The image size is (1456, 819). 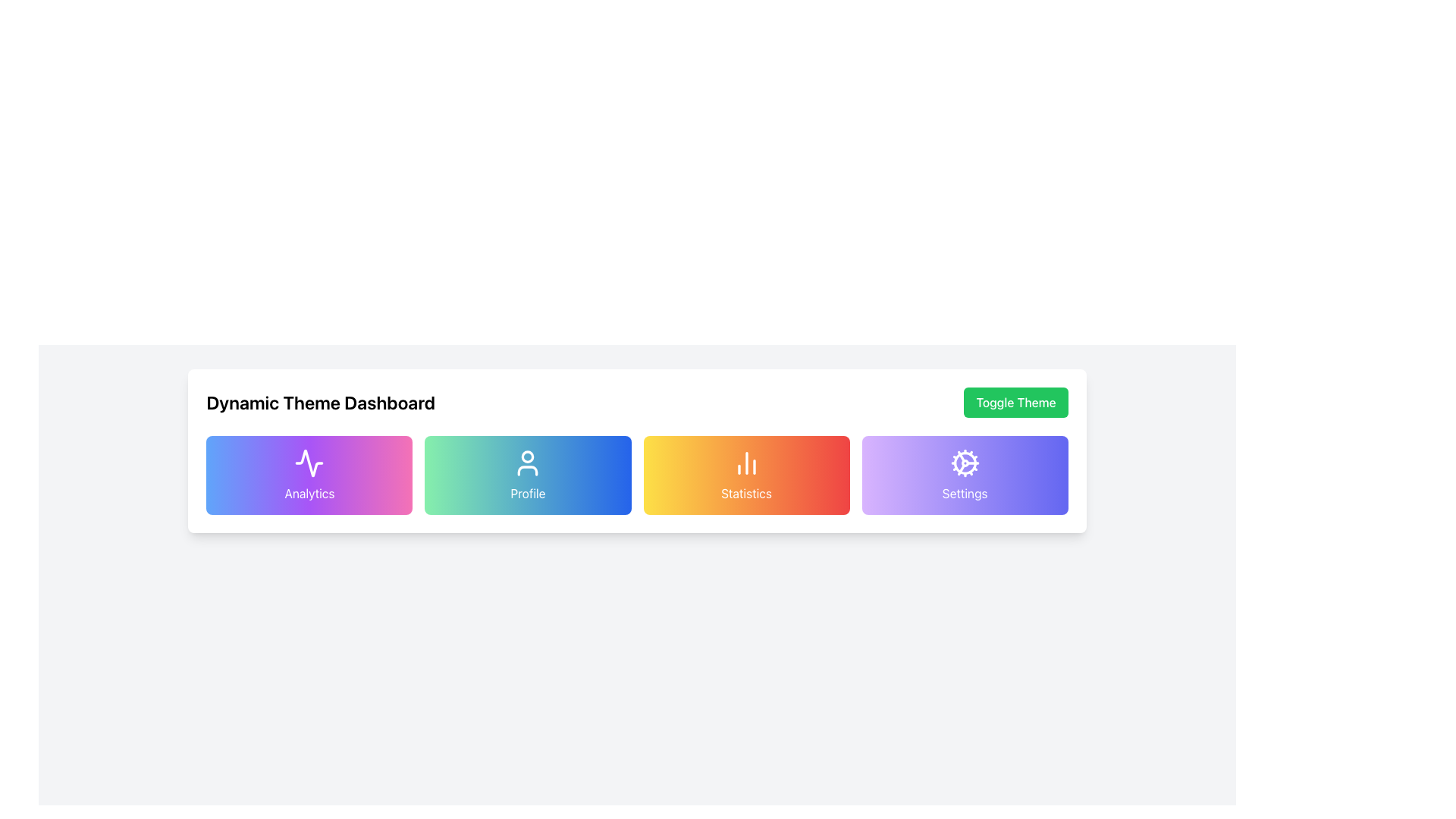 I want to click on the 'Profile' button, which is the second panel in a horizontal row of four panels, positioned between the 'Analytics' and 'Statistics' panels, so click(x=528, y=475).